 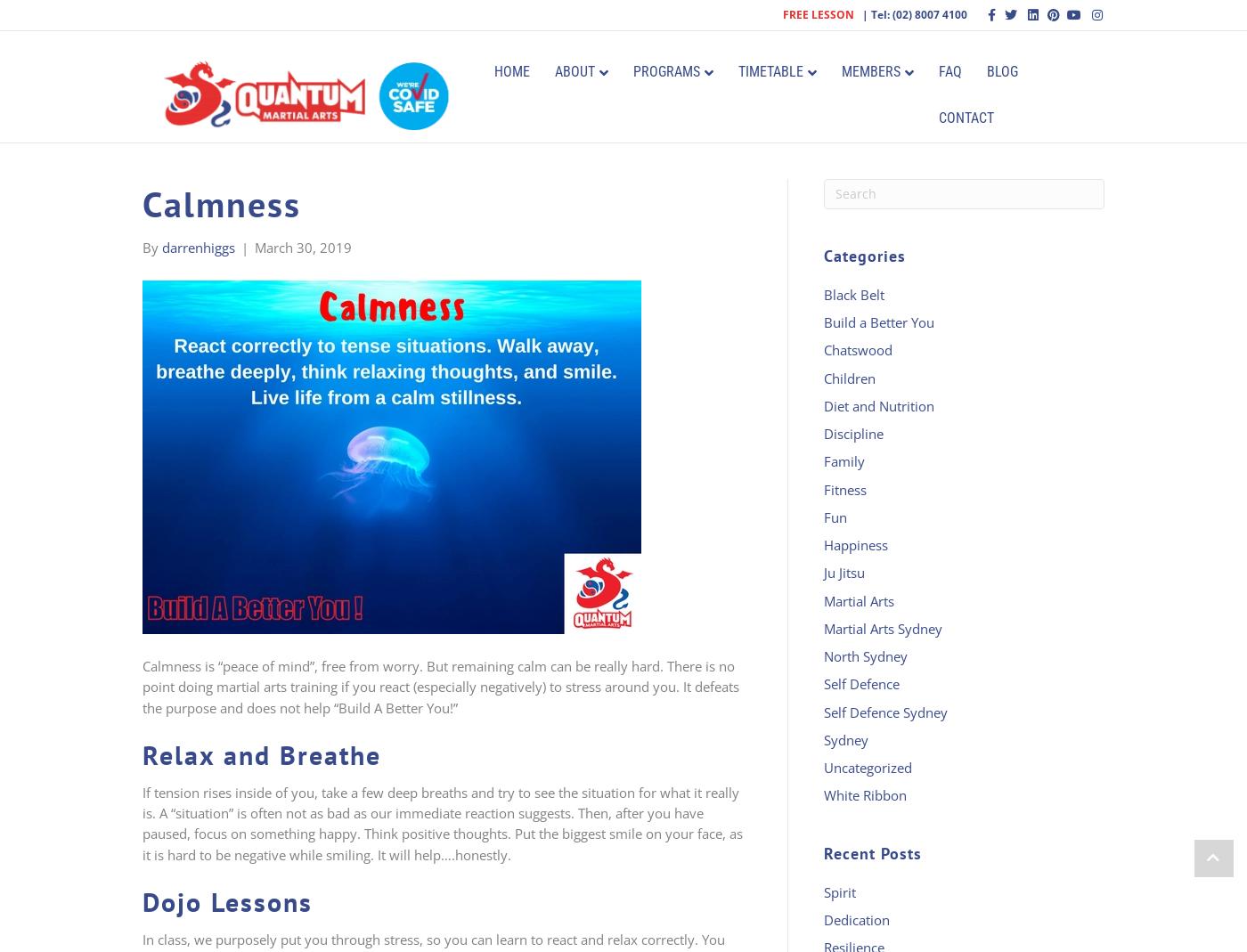 What do you see at coordinates (441, 686) in the screenshot?
I see `'Calmness is “peace of mind”, free from worry. But remaining calm can be really hard. There is no point doing martial arts training if you react (especially negatively) to stress around you. It defeats the purpose and does not help “Build A Better You!”'` at bounding box center [441, 686].